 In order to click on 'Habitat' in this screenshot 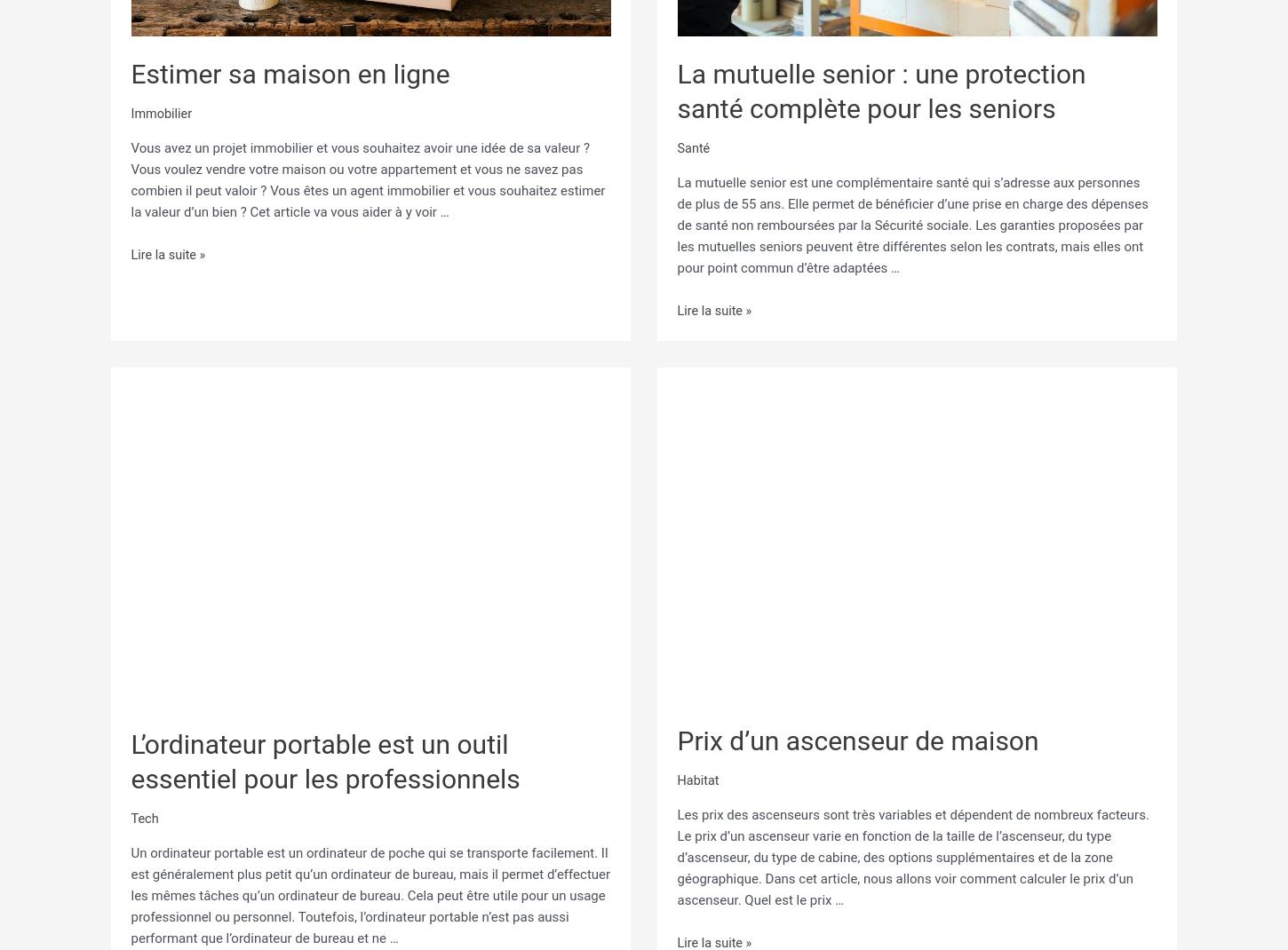, I will do `click(698, 780)`.